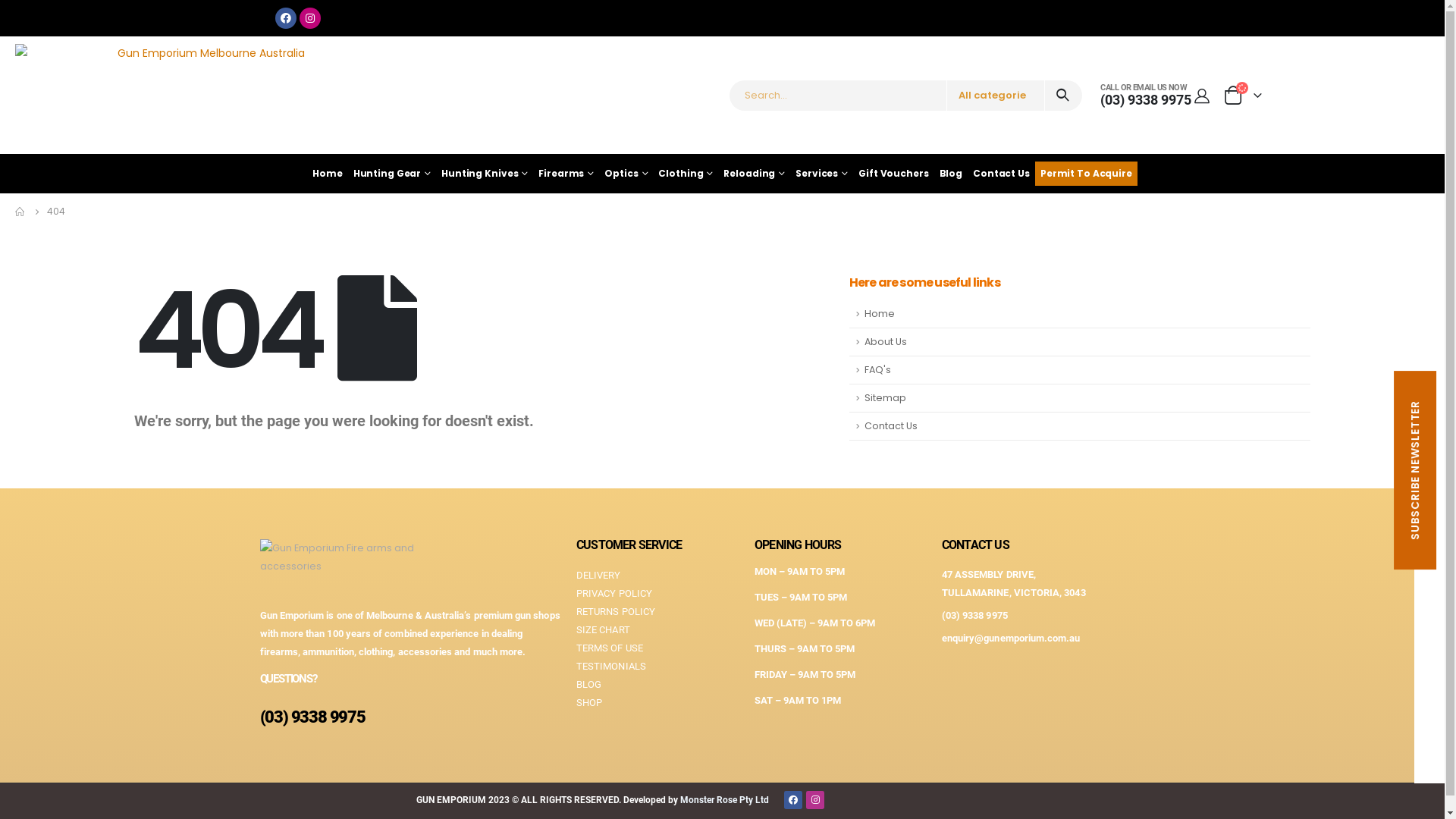  What do you see at coordinates (821, 172) in the screenshot?
I see `'Services'` at bounding box center [821, 172].